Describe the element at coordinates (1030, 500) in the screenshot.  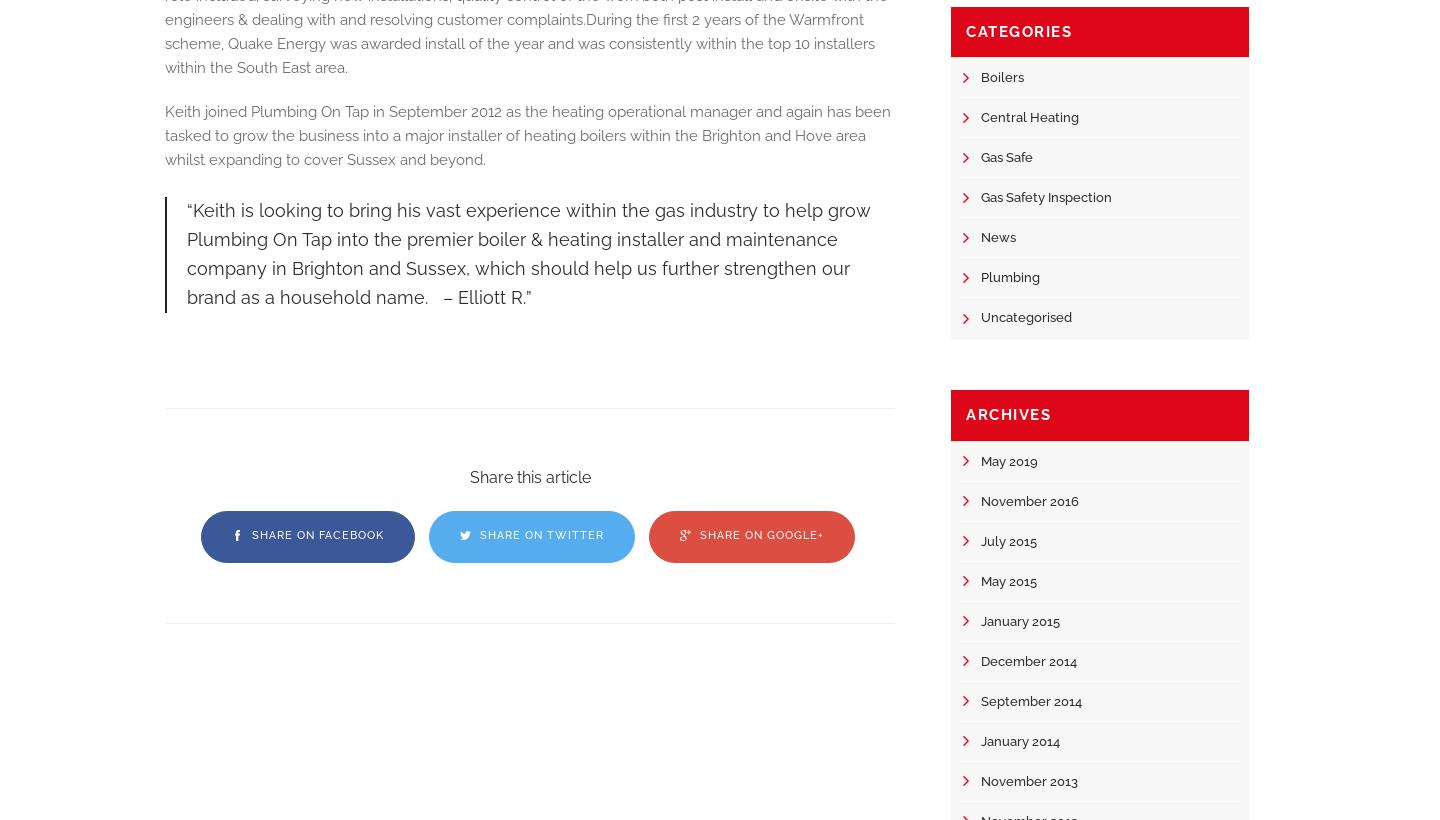
I see `'November 2016'` at that location.